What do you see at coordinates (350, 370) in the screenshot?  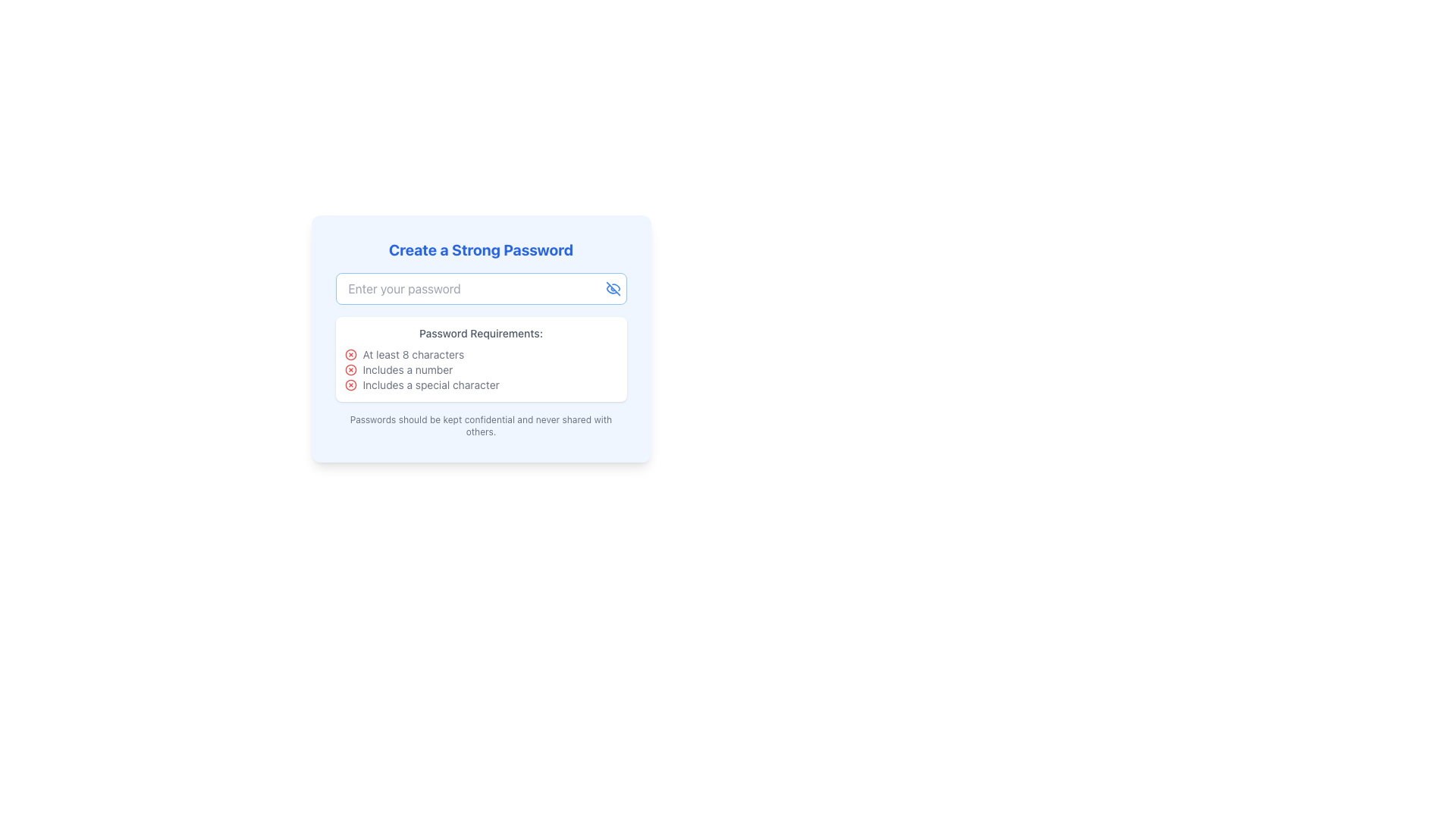 I see `the icon indicating that the password requirement 'Includes a number' has not been fulfilled, located to the left of the text 'Includes a number' in the password requirements section` at bounding box center [350, 370].